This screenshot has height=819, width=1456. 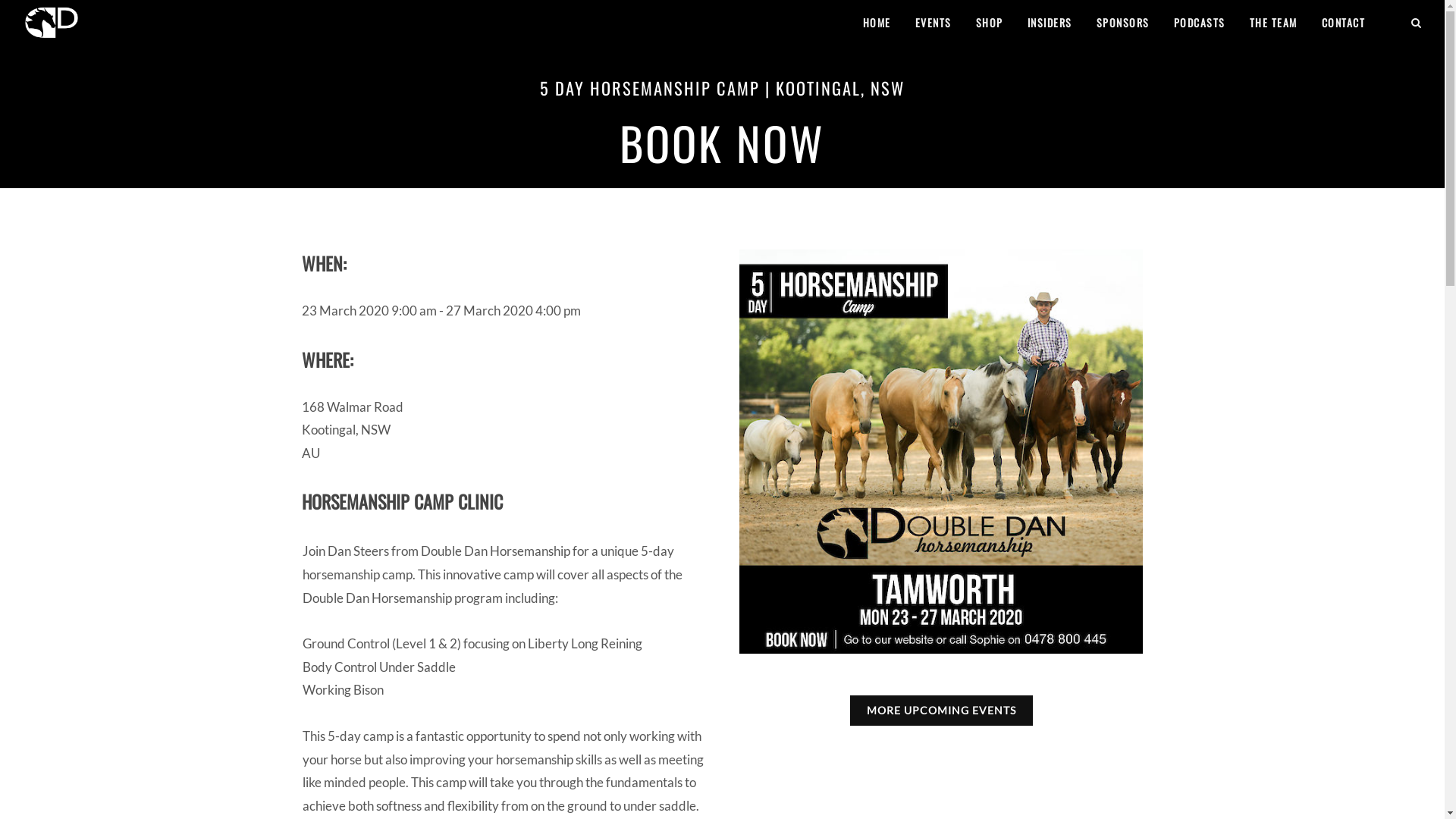 What do you see at coordinates (1049, 23) in the screenshot?
I see `'INSIDERS'` at bounding box center [1049, 23].